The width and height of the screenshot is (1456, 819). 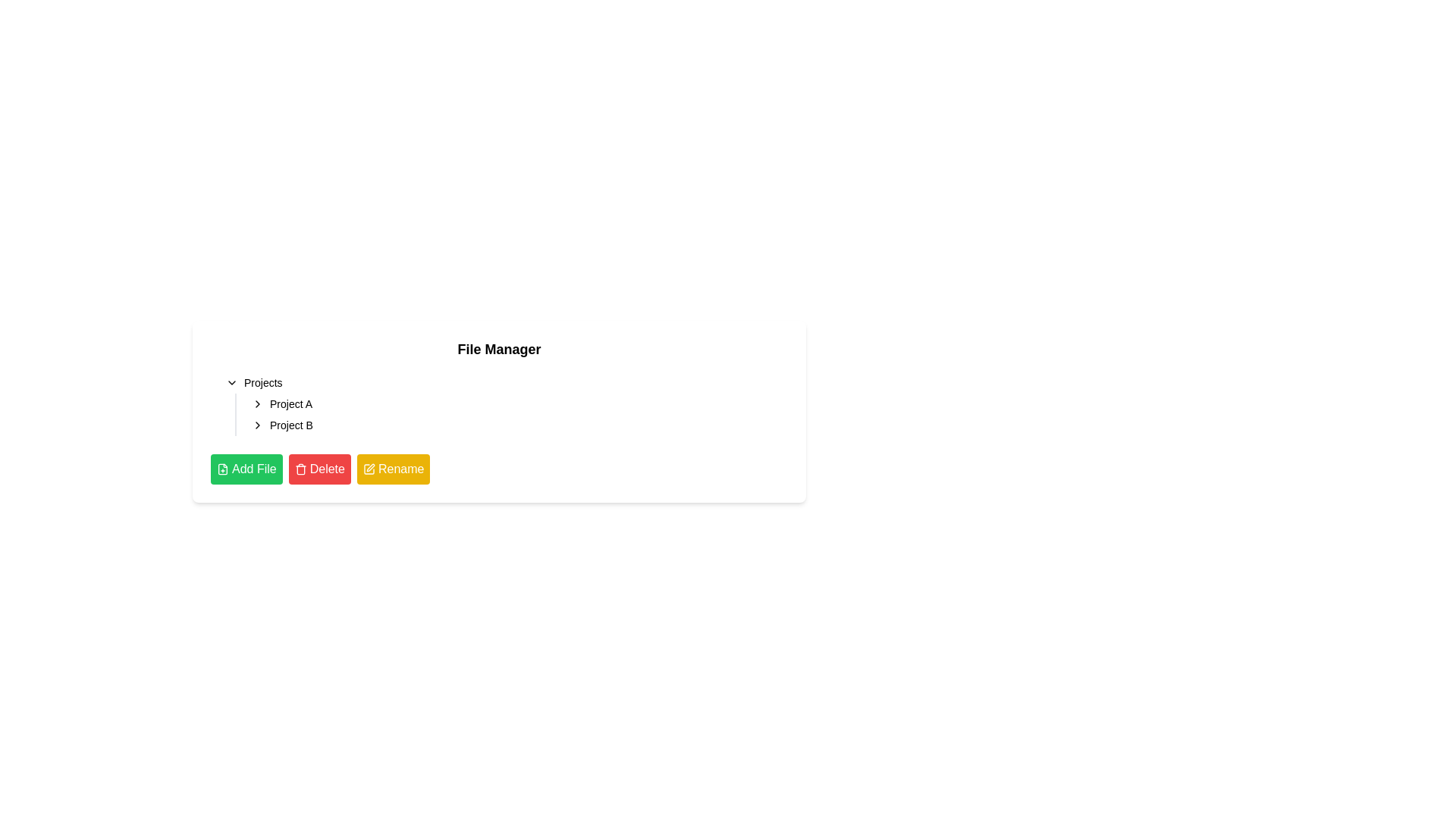 I want to click on the square-shaped pen icon located to the left of the 'Rename' button, so click(x=369, y=468).